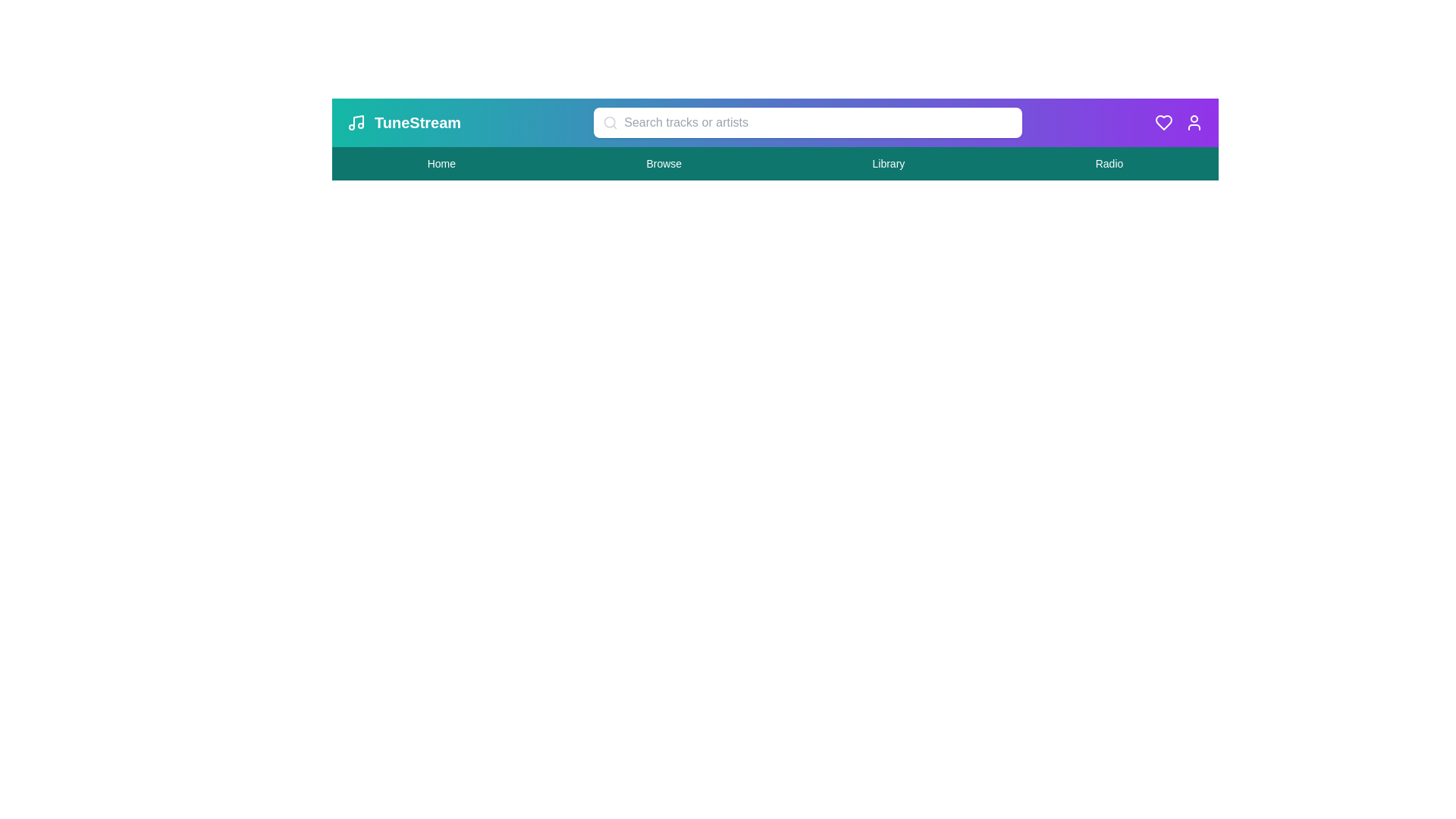 This screenshot has width=1456, height=819. Describe the element at coordinates (356, 122) in the screenshot. I see `the music icon to trigger the associated action` at that location.